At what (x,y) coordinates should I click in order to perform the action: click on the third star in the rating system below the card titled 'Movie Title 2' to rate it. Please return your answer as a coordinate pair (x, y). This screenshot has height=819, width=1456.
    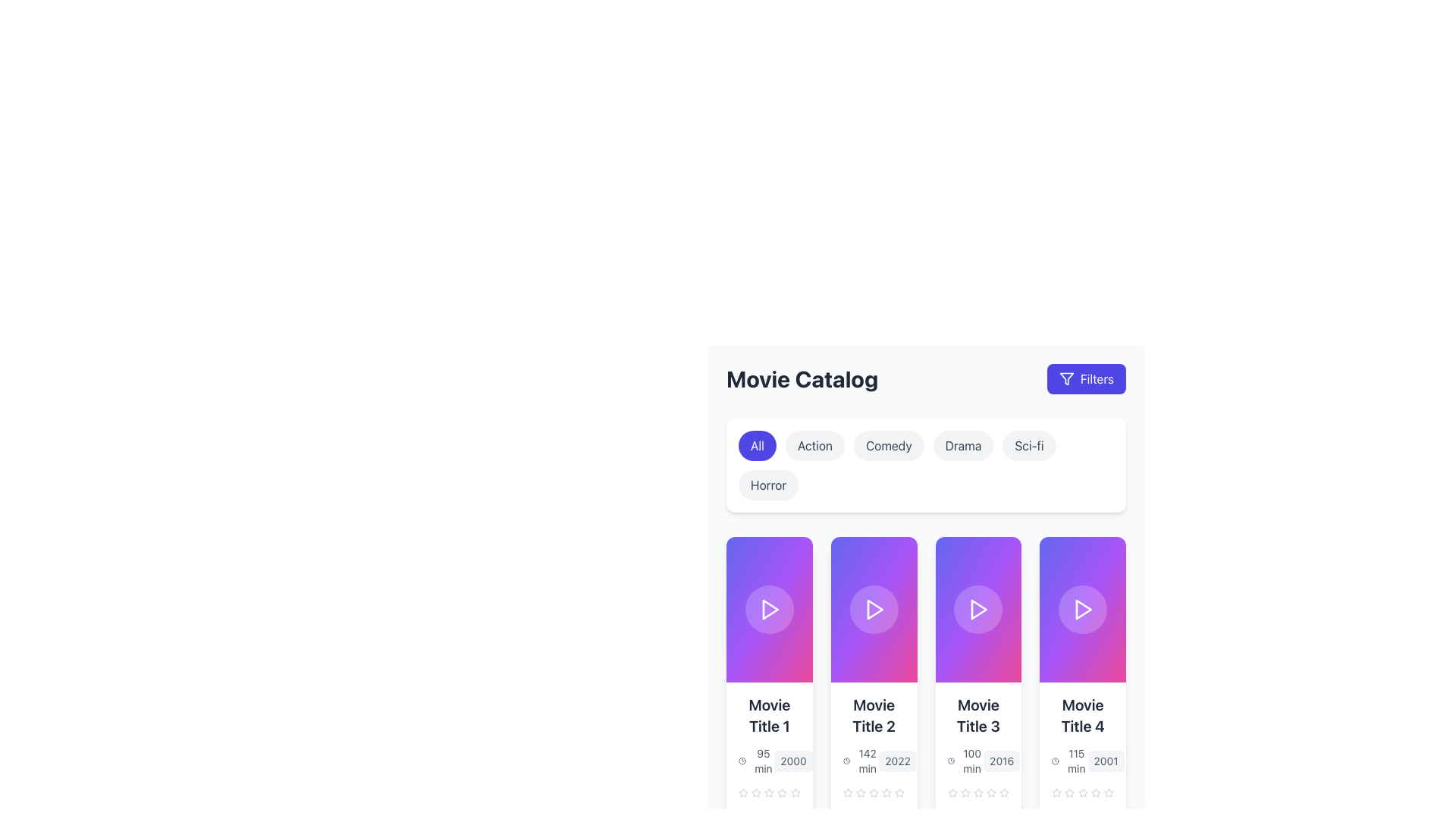
    Looking at the image, I should click on (860, 792).